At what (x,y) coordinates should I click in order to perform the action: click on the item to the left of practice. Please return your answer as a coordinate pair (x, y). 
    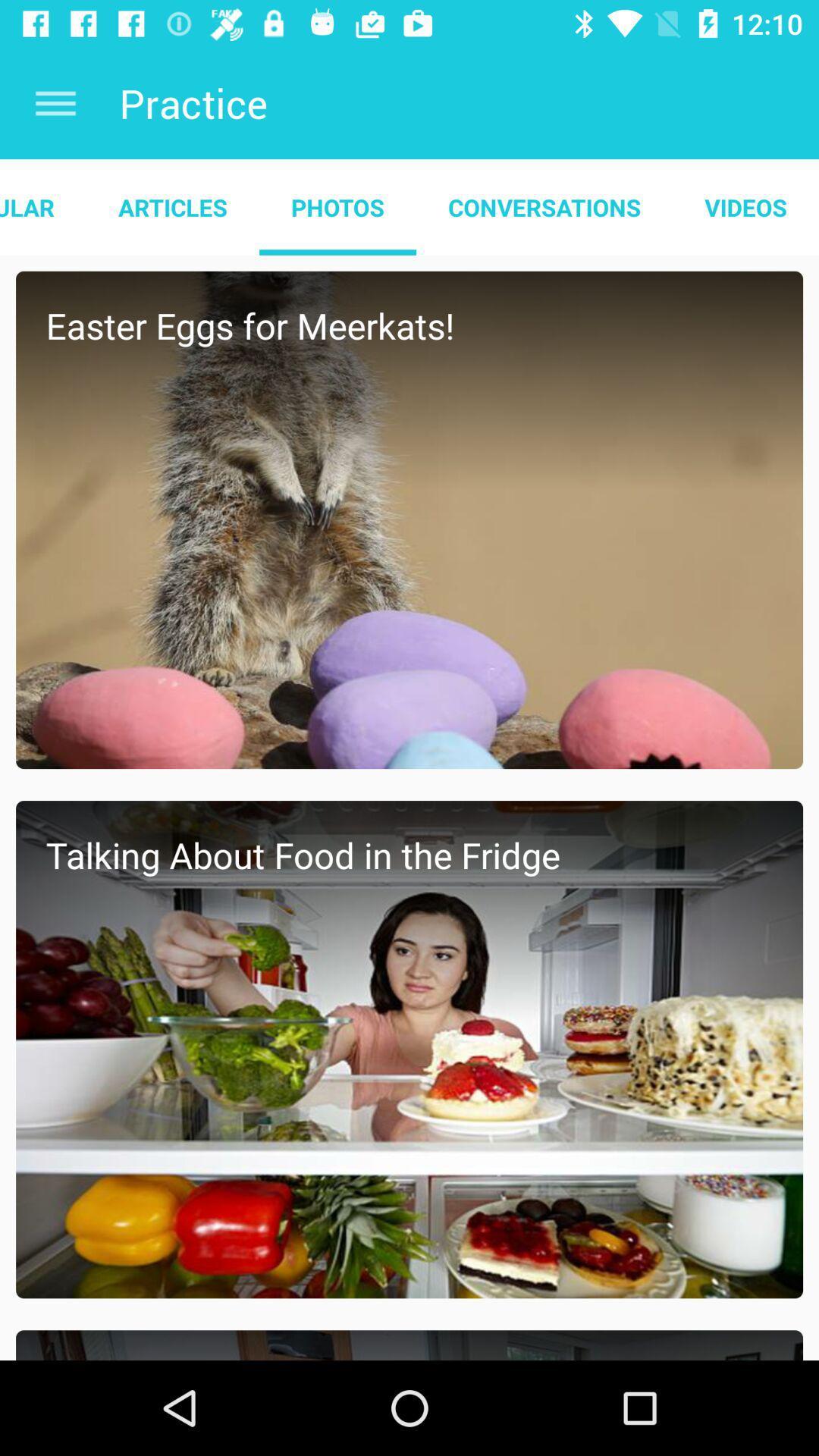
    Looking at the image, I should click on (55, 102).